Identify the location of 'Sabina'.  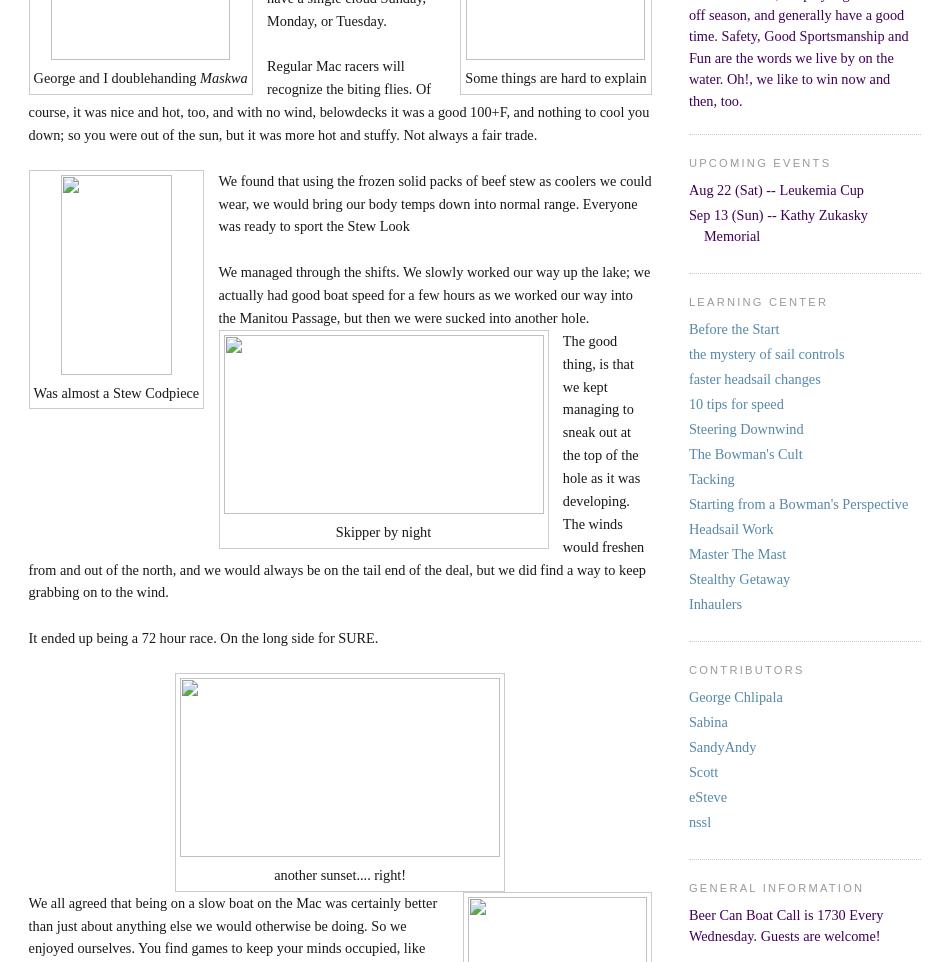
(707, 720).